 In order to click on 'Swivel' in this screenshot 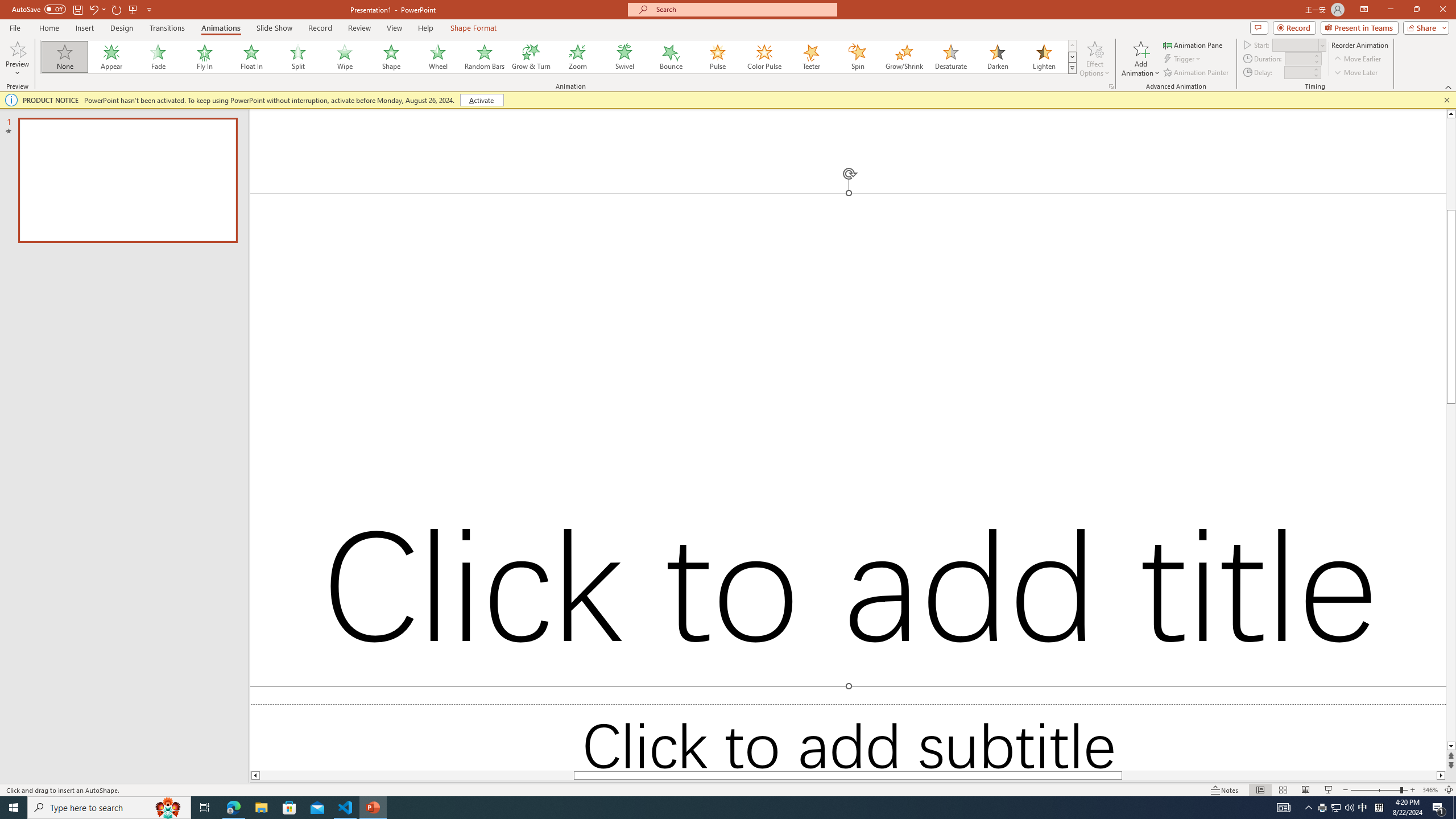, I will do `click(624, 56)`.